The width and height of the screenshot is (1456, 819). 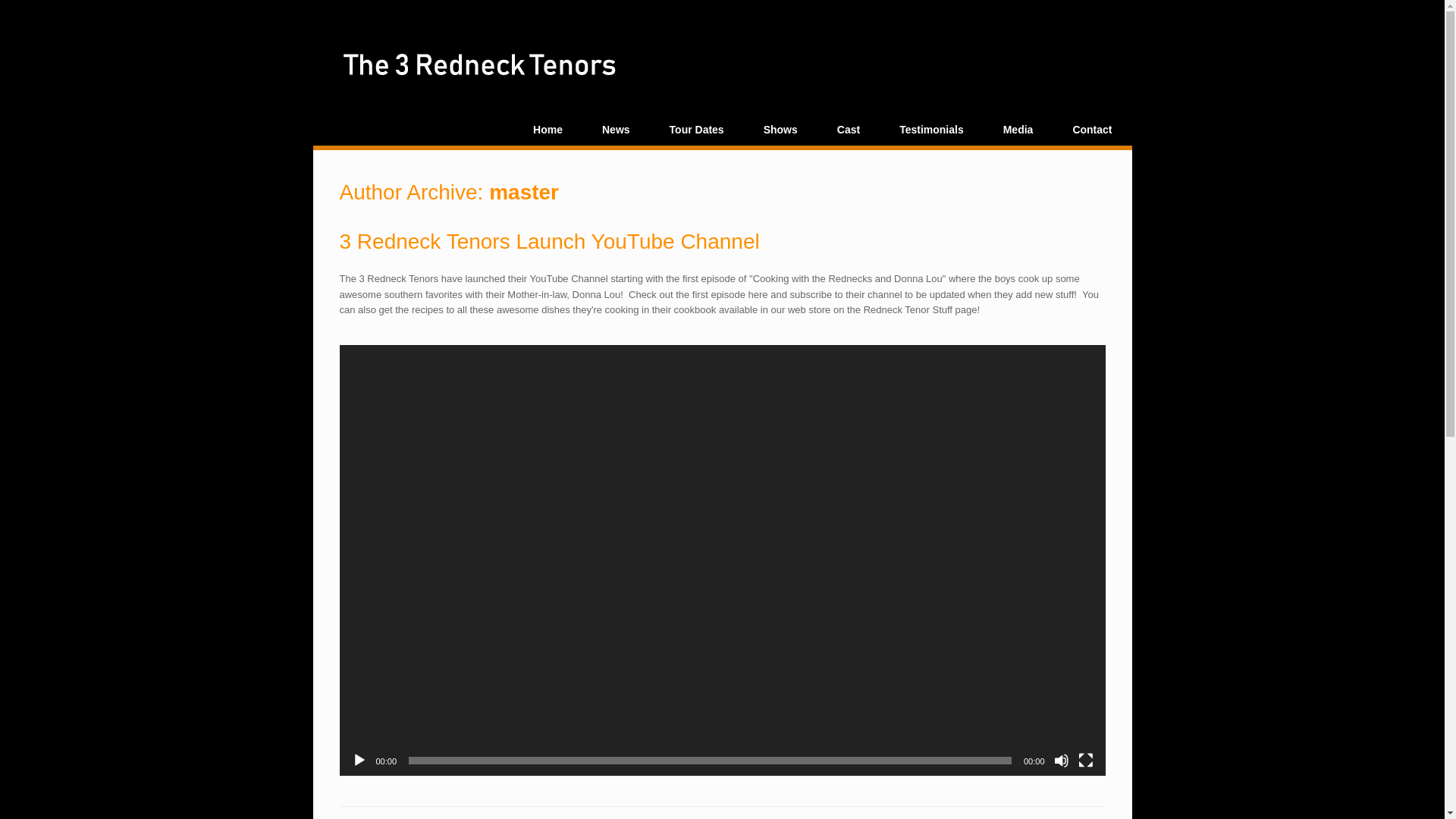 I want to click on 'Media', so click(x=1018, y=128).